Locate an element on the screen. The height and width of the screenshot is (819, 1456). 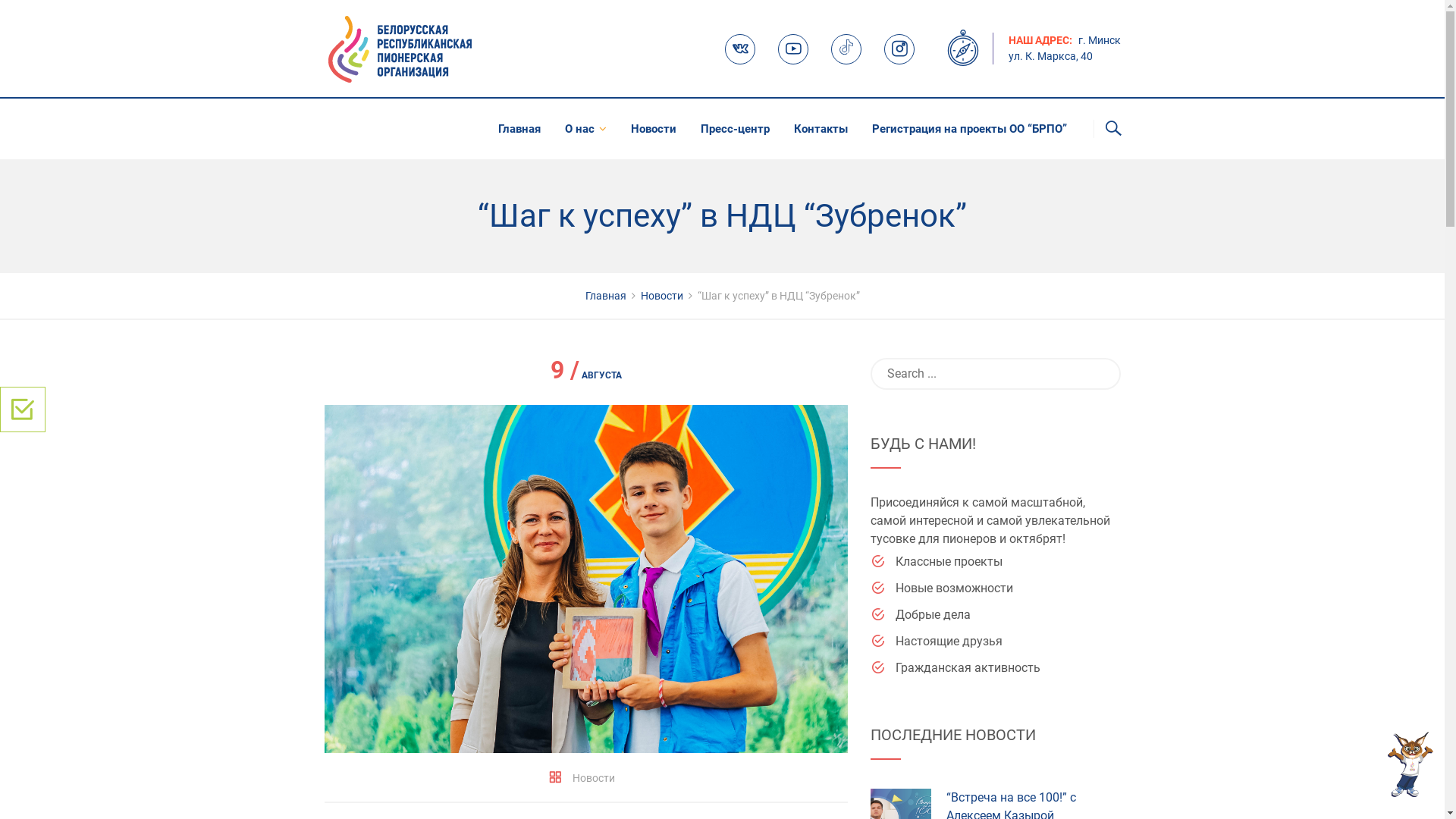
'Search for:' is located at coordinates (996, 374).